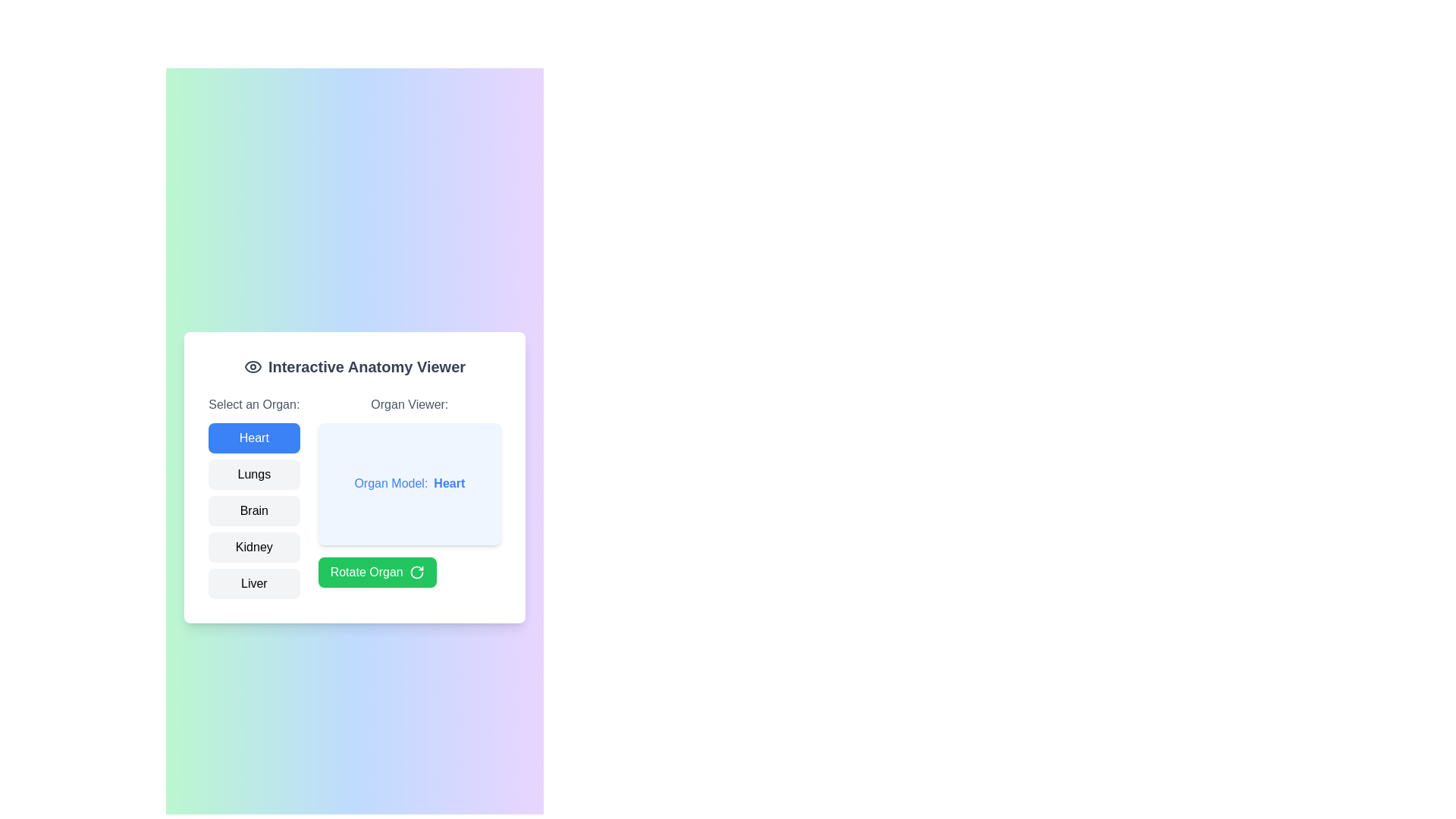  I want to click on the 'Brain' option in the vertical menu titled 'Select an Organ', which is the third selectable item located between 'Lungs' and 'Kidney', so click(254, 497).